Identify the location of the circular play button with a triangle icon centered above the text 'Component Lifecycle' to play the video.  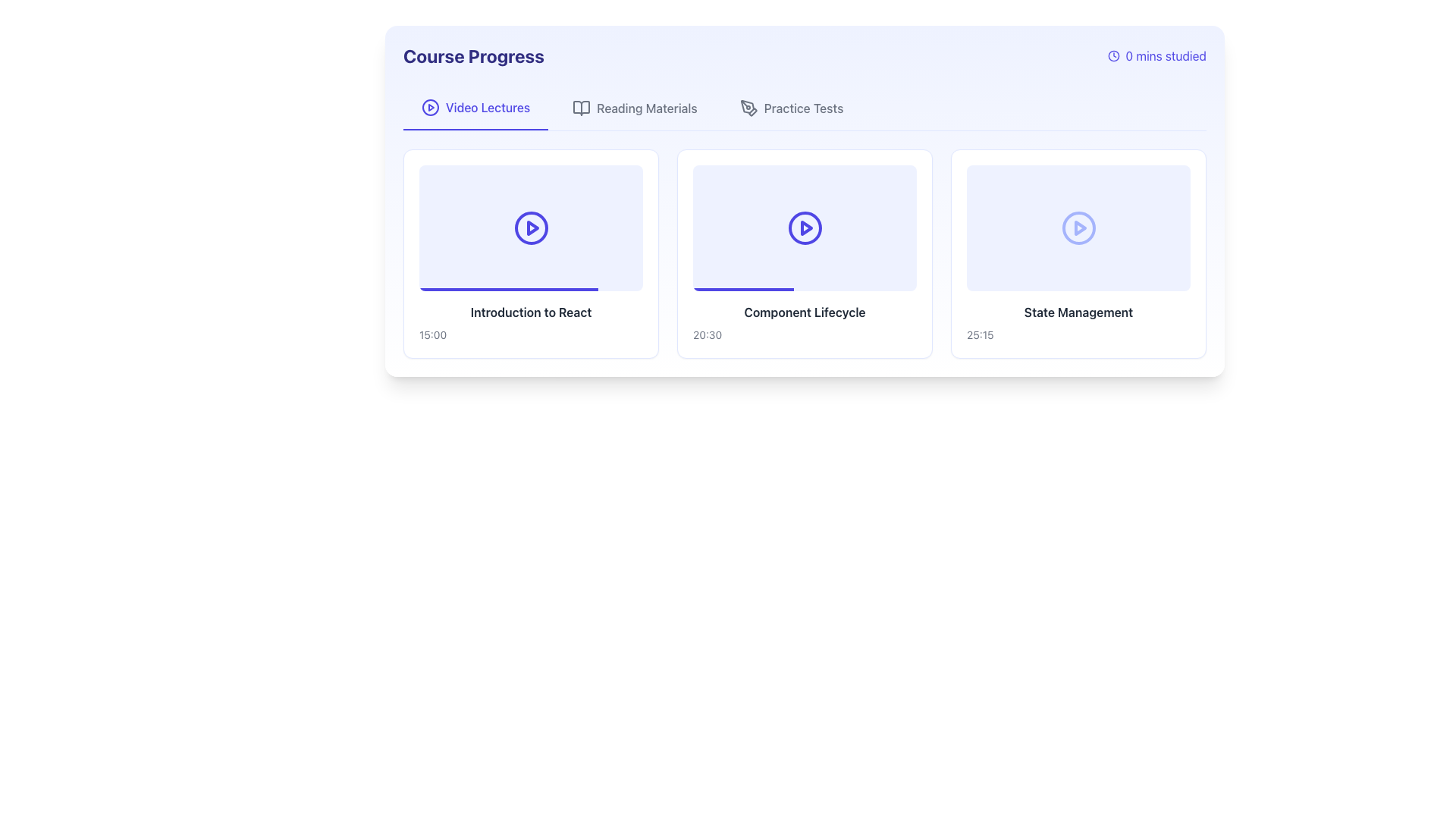
(804, 227).